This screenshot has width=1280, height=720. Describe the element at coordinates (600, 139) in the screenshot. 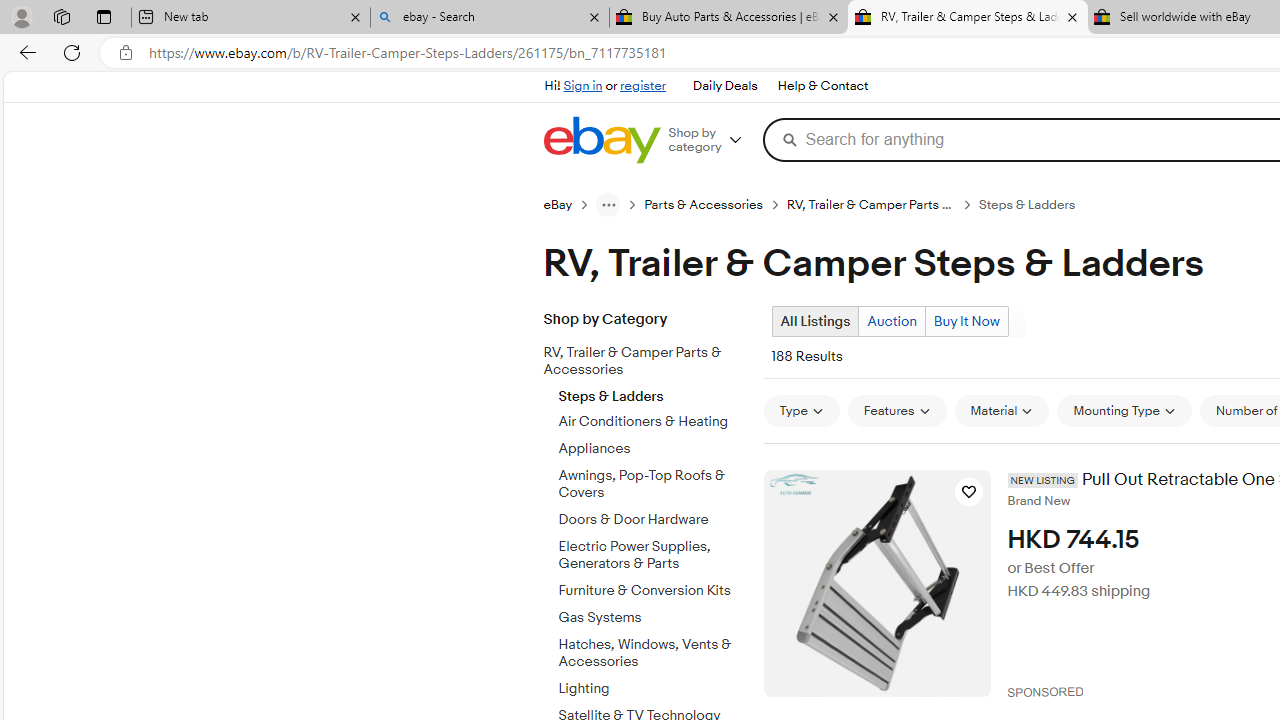

I see `'eBay Home'` at that location.